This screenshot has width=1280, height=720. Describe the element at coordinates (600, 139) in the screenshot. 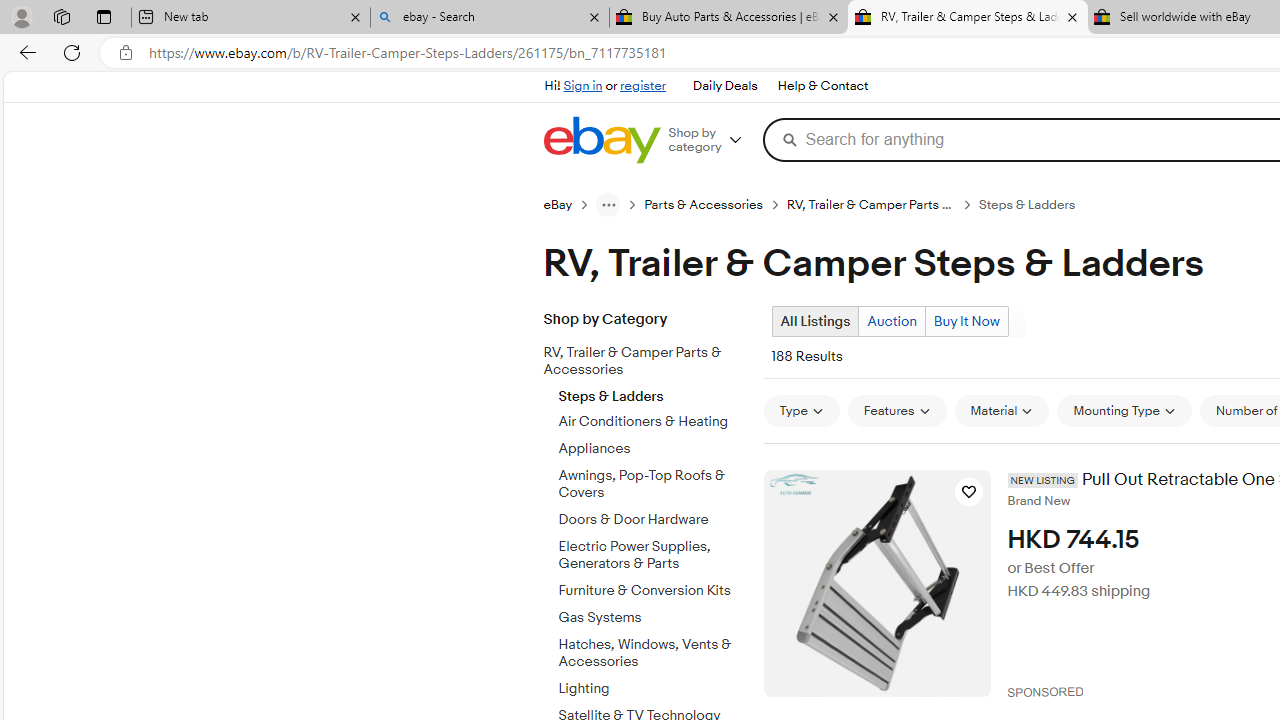

I see `'eBay Home'` at that location.